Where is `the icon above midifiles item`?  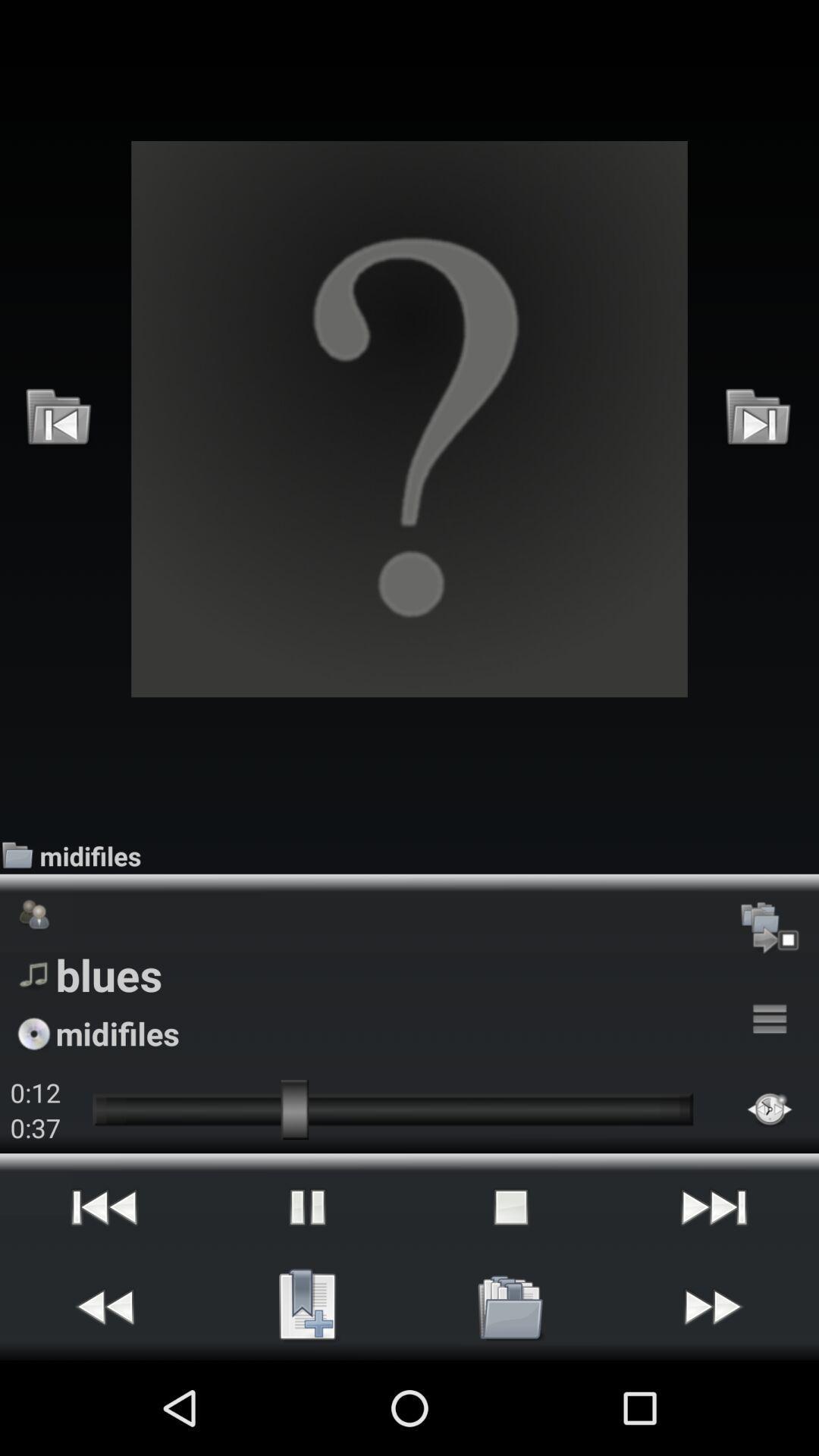
the icon above midifiles item is located at coordinates (409, 419).